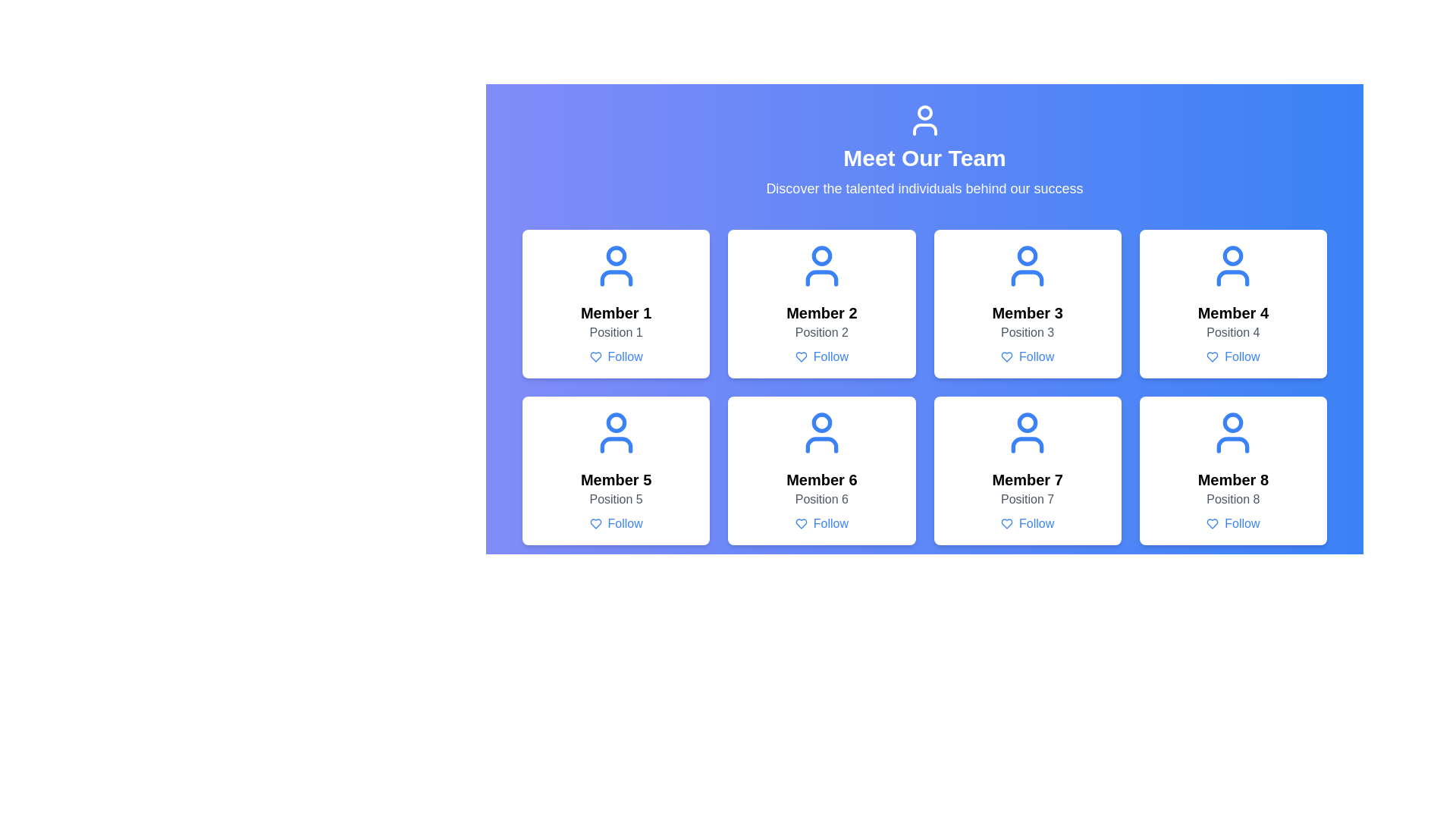 The image size is (1456, 819). What do you see at coordinates (616, 432) in the screenshot?
I see `the blue-colored user icon at the top of the 'Member 5' card, which consists of a circular head and shoulder outline` at bounding box center [616, 432].